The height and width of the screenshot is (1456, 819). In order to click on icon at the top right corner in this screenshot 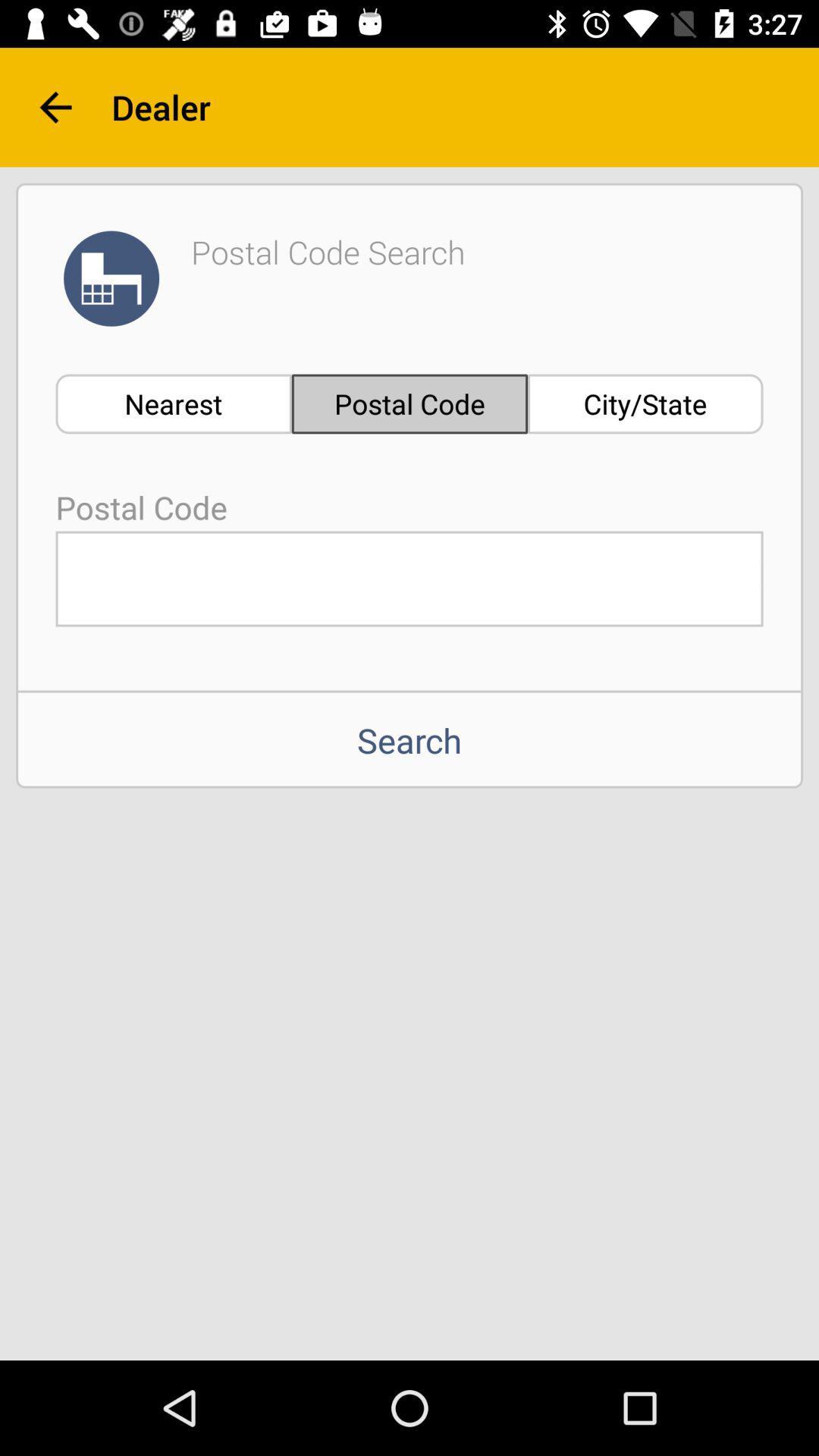, I will do `click(645, 403)`.